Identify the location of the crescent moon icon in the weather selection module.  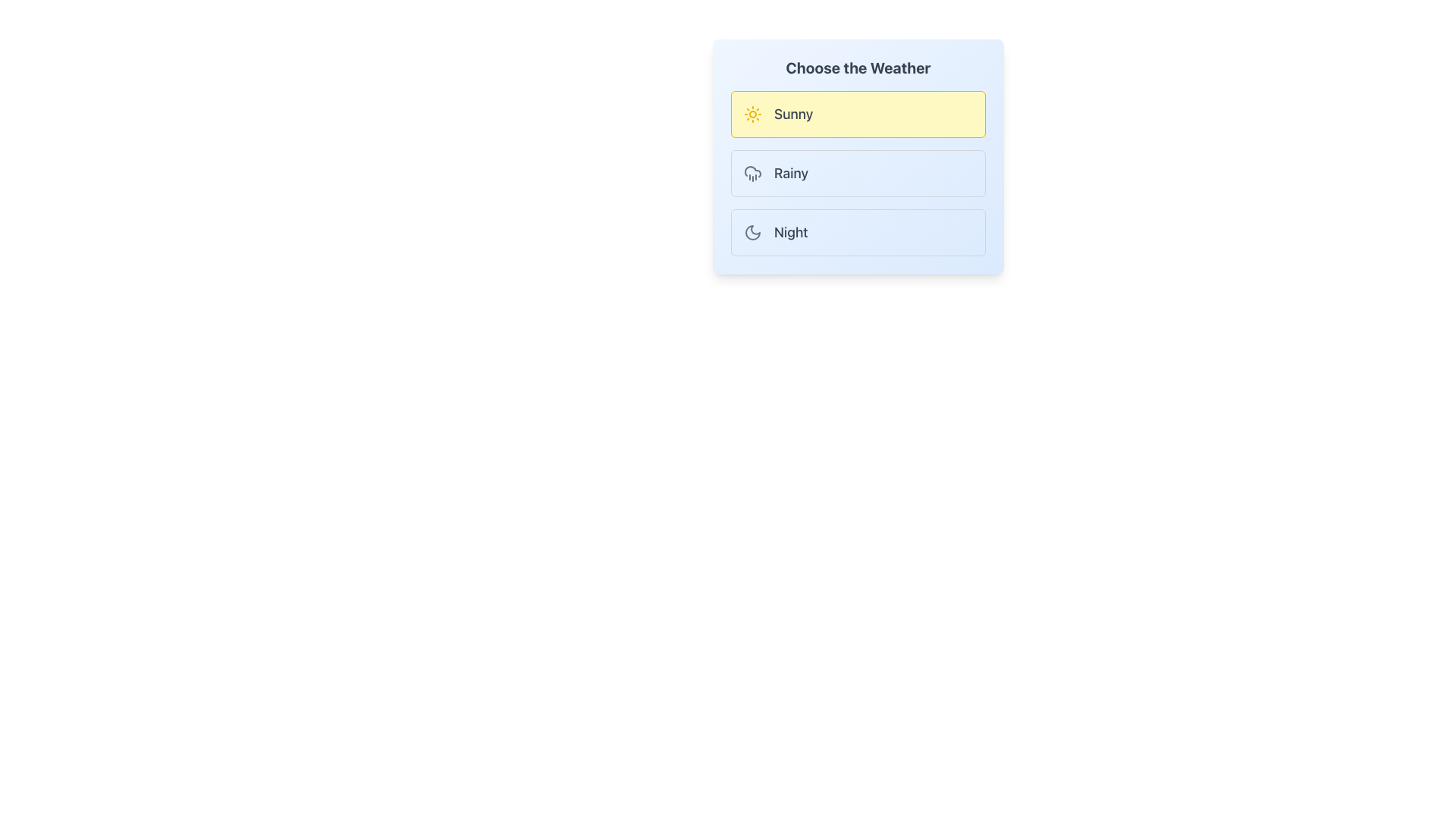
(753, 233).